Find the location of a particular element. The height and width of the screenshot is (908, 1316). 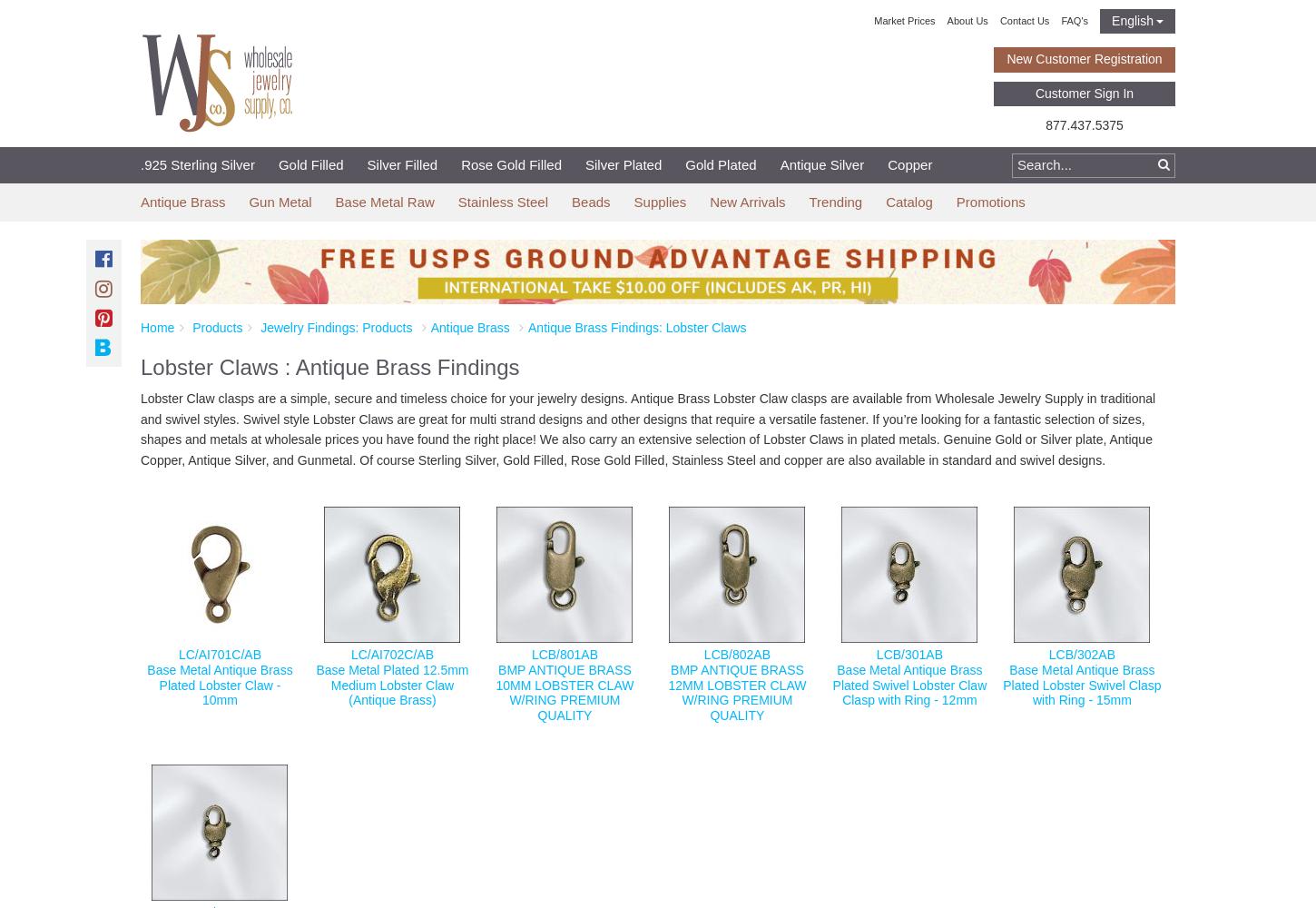

'Base Metal Antique Brass Plated Lobster Claw - 10mm' is located at coordinates (220, 685).